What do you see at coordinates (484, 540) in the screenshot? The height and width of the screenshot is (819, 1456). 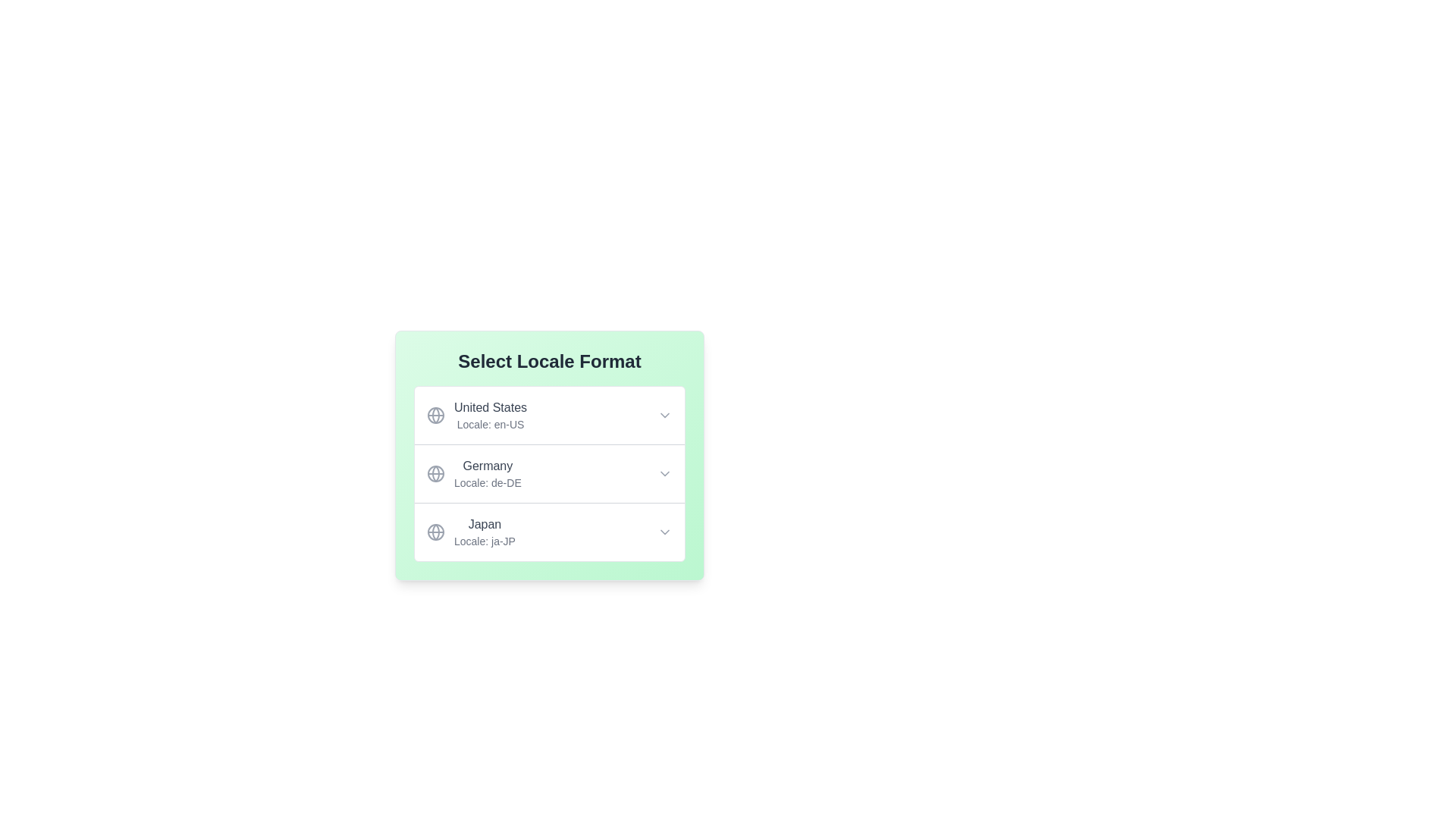 I see `the text label displaying 'Locale: ja-JP', which is located directly below the 'Japan' header and provides additional detail about the selected locale` at bounding box center [484, 540].